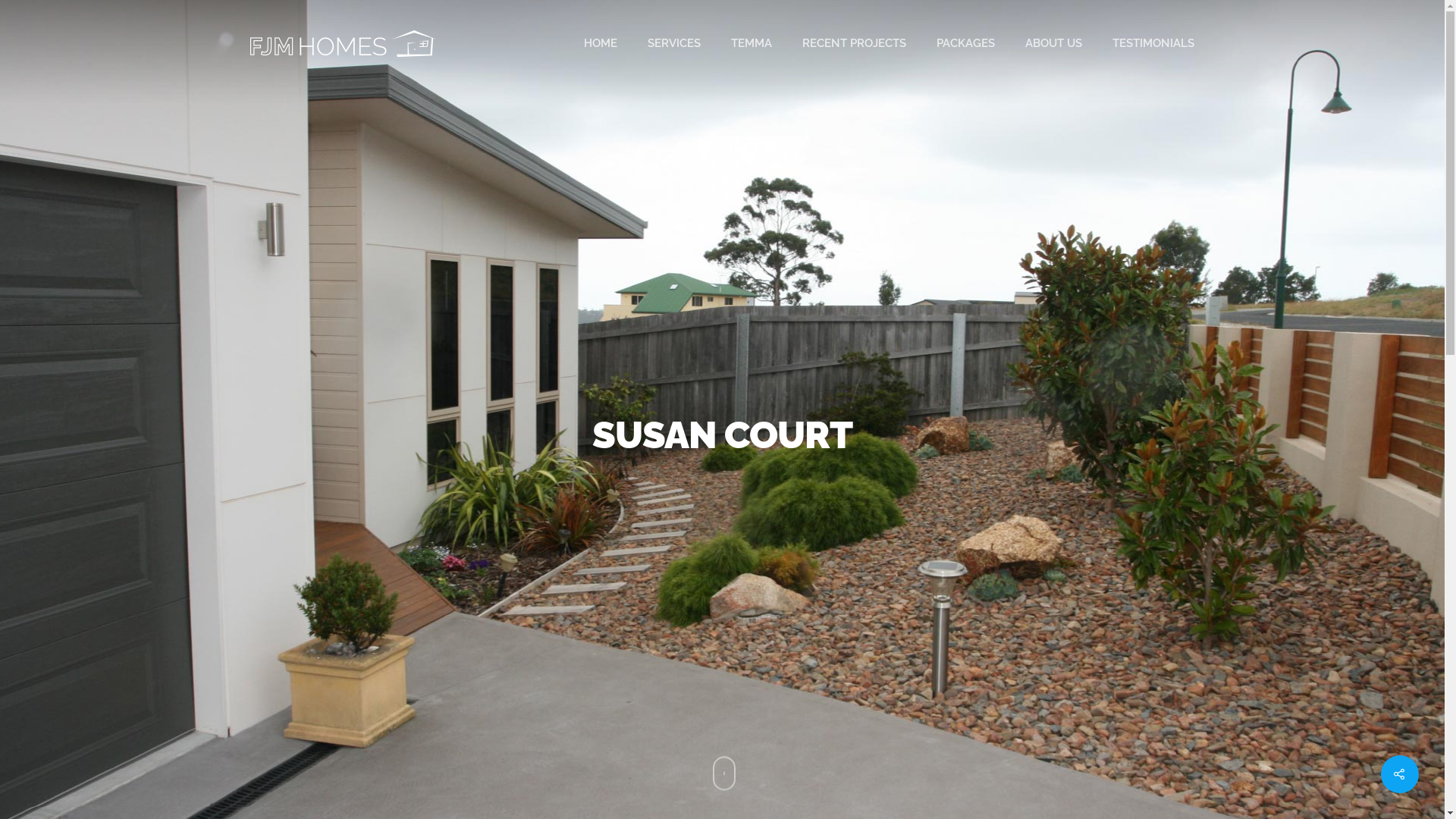 This screenshot has width=1456, height=819. Describe the element at coordinates (935, 42) in the screenshot. I see `'PACKAGES'` at that location.